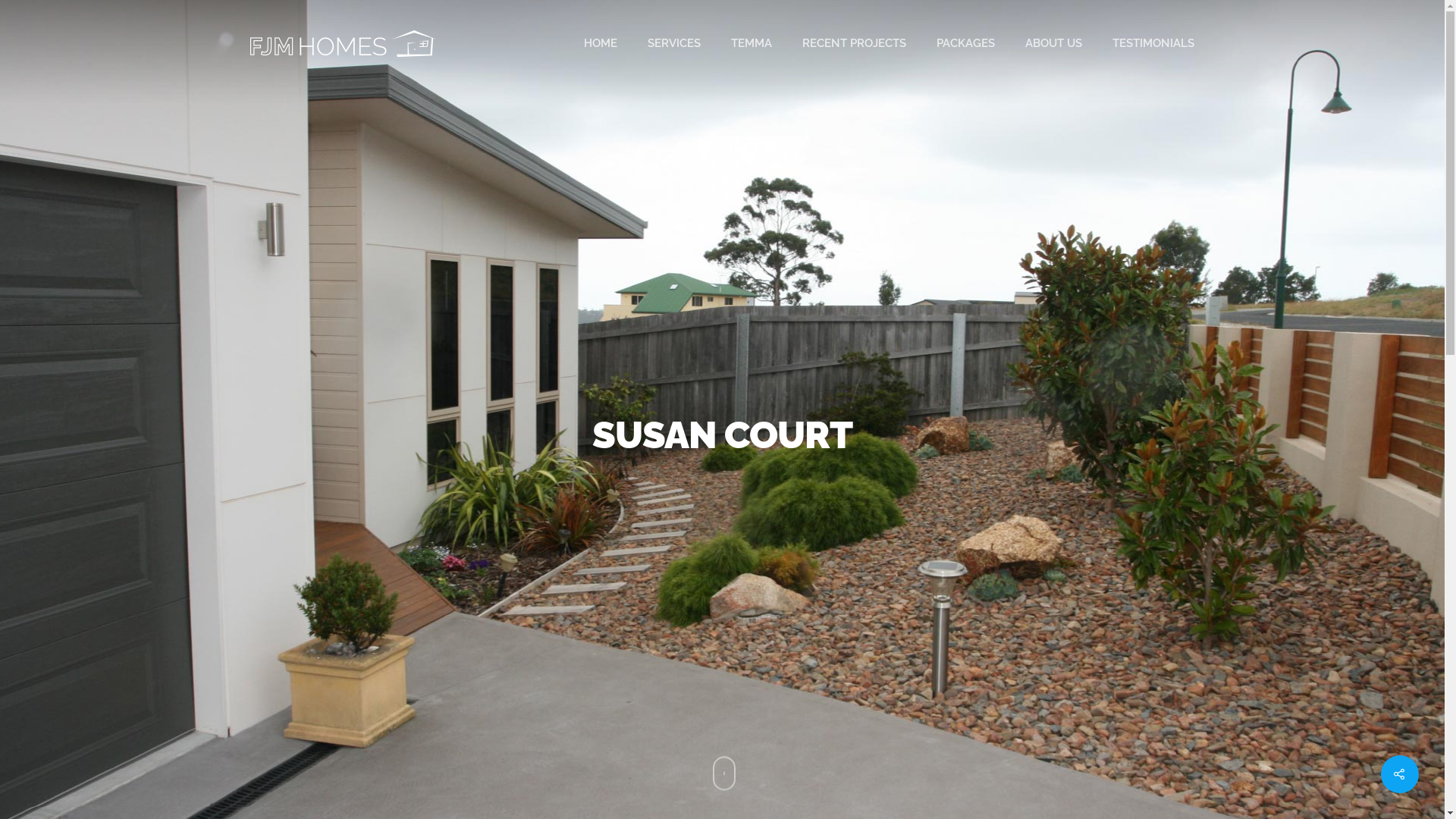 This screenshot has width=1456, height=819. Describe the element at coordinates (935, 42) in the screenshot. I see `'PACKAGES'` at that location.